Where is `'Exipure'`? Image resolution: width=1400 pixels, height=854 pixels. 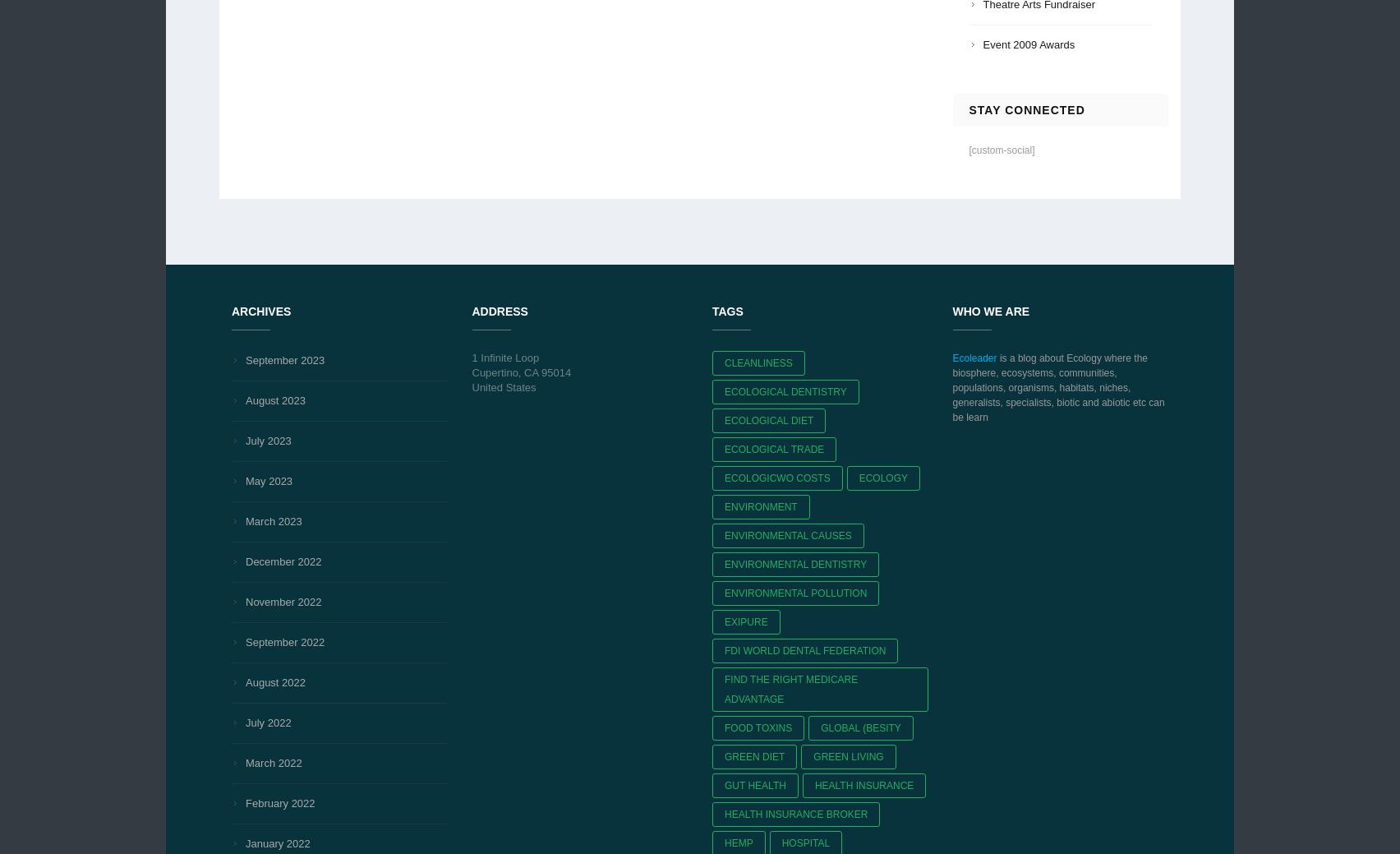
'Exipure' is located at coordinates (746, 621).